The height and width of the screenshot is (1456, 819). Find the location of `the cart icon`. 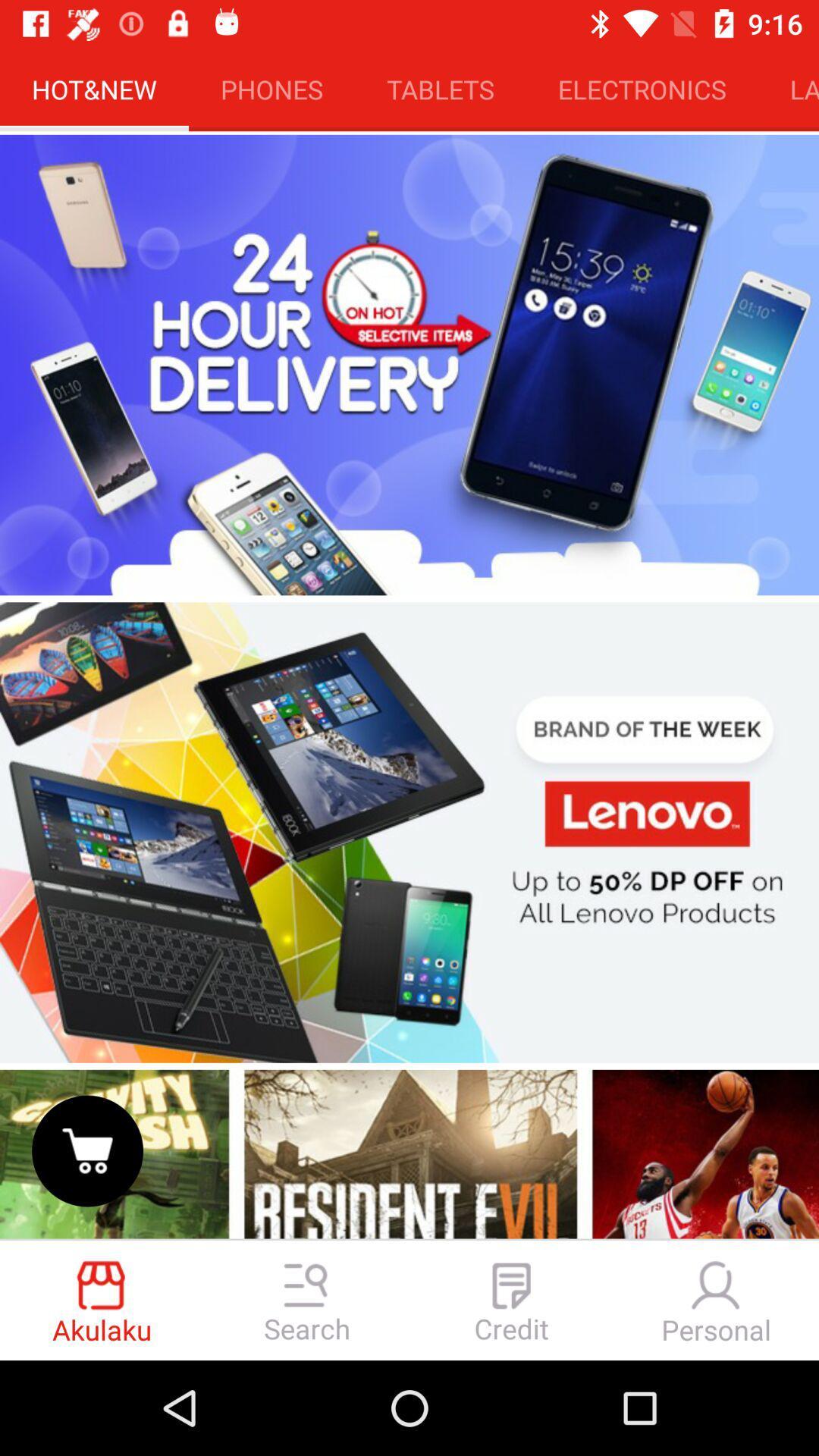

the cart icon is located at coordinates (87, 1150).